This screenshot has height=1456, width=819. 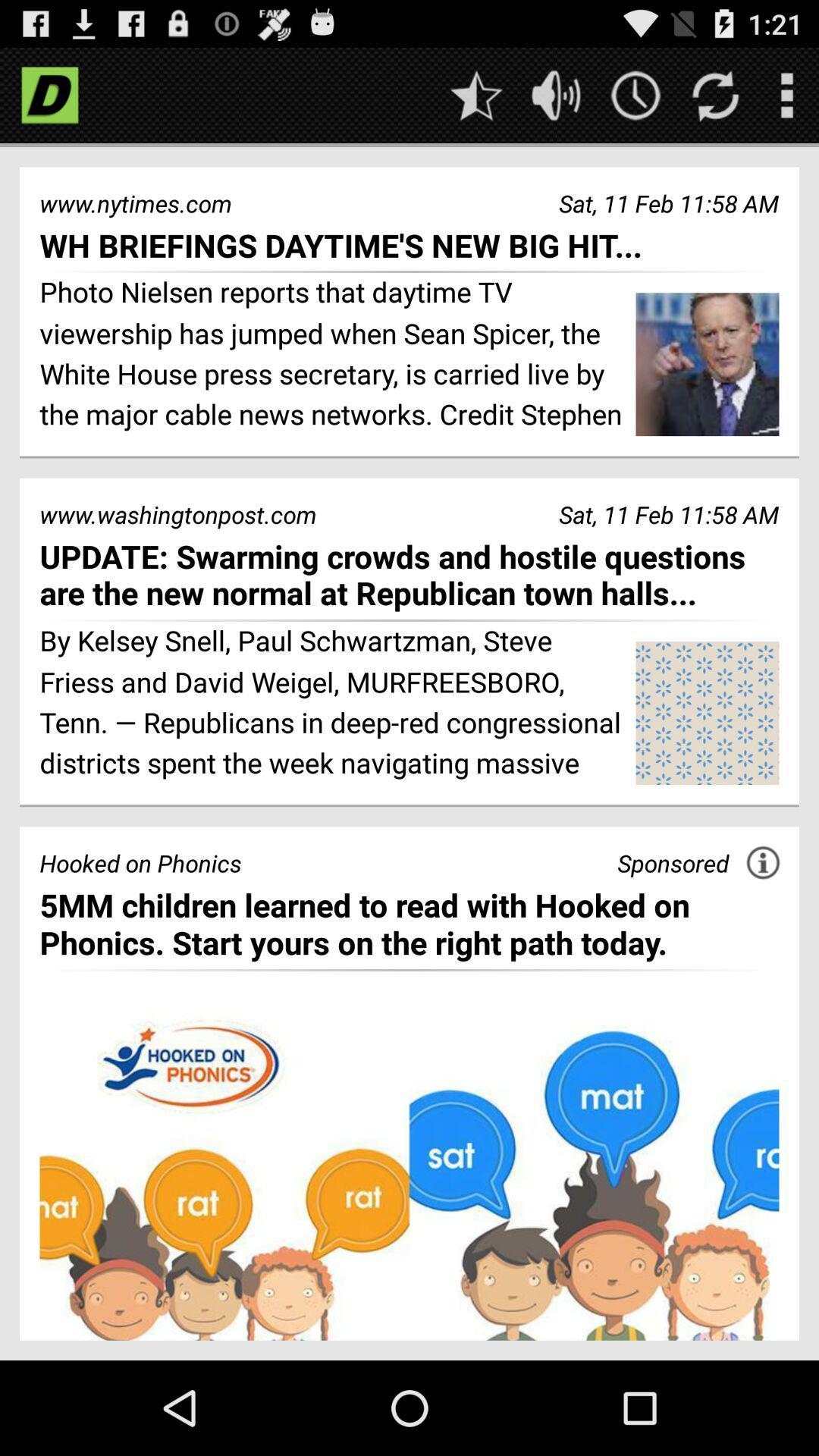 What do you see at coordinates (556, 94) in the screenshot?
I see `volume` at bounding box center [556, 94].